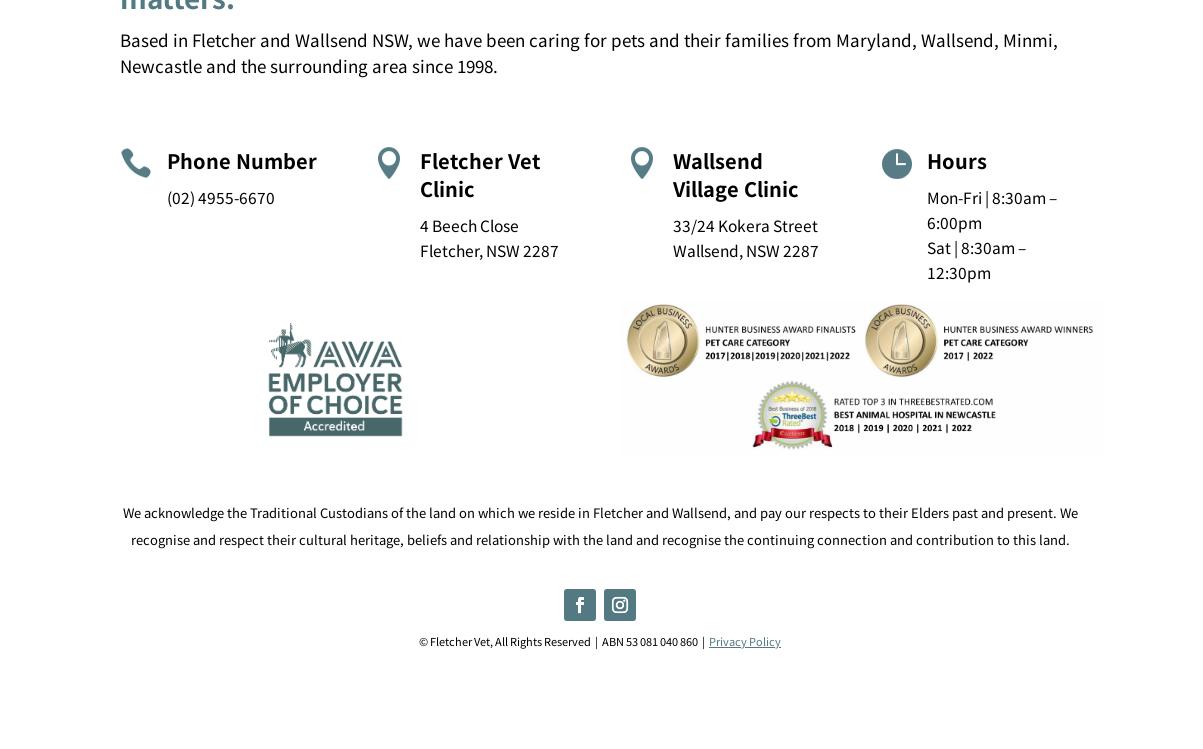 The image size is (1203, 749). What do you see at coordinates (734, 173) in the screenshot?
I see `'Wallsend Village Clinic'` at bounding box center [734, 173].